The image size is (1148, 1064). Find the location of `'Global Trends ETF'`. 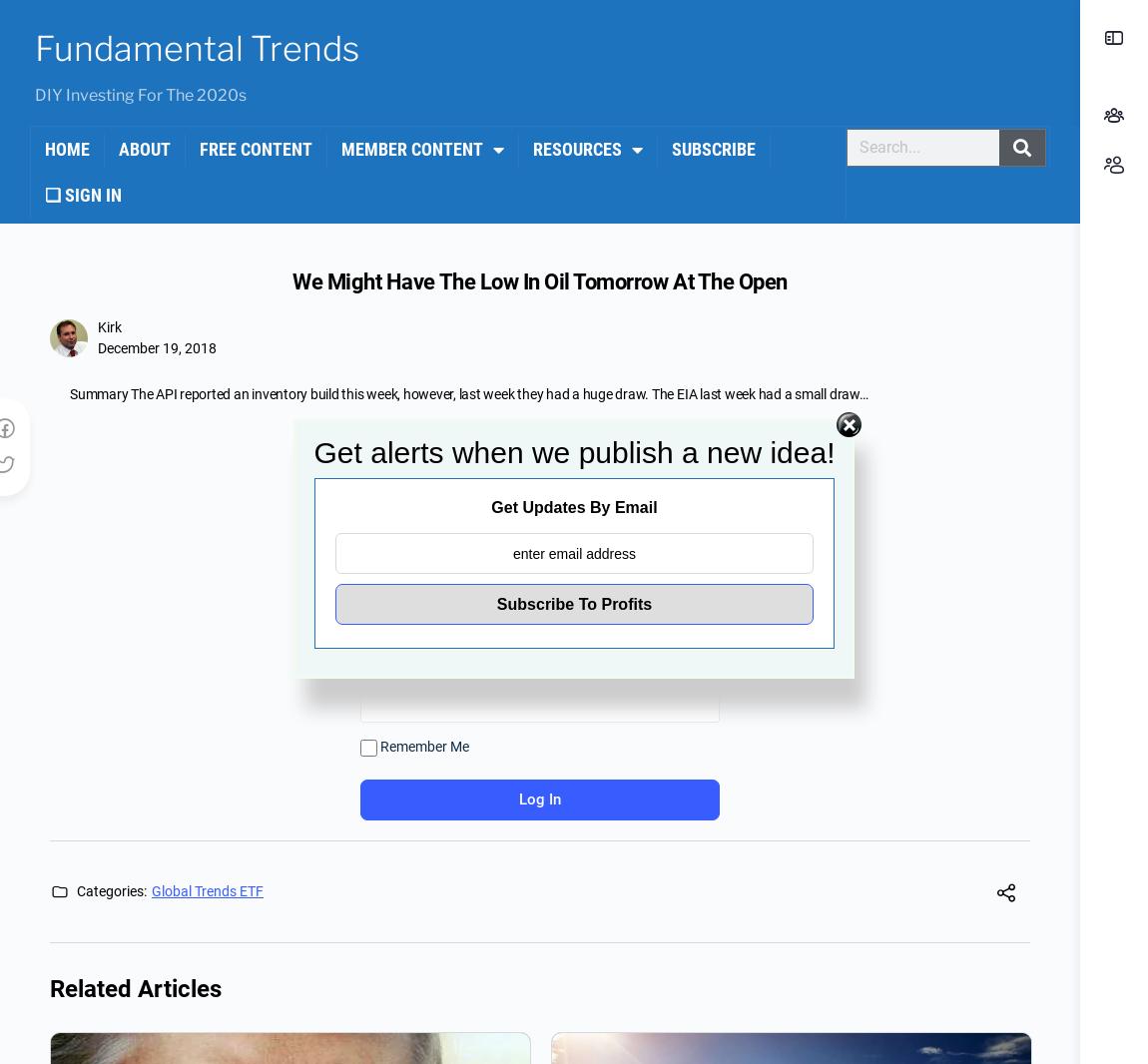

'Global Trends ETF' is located at coordinates (207, 890).